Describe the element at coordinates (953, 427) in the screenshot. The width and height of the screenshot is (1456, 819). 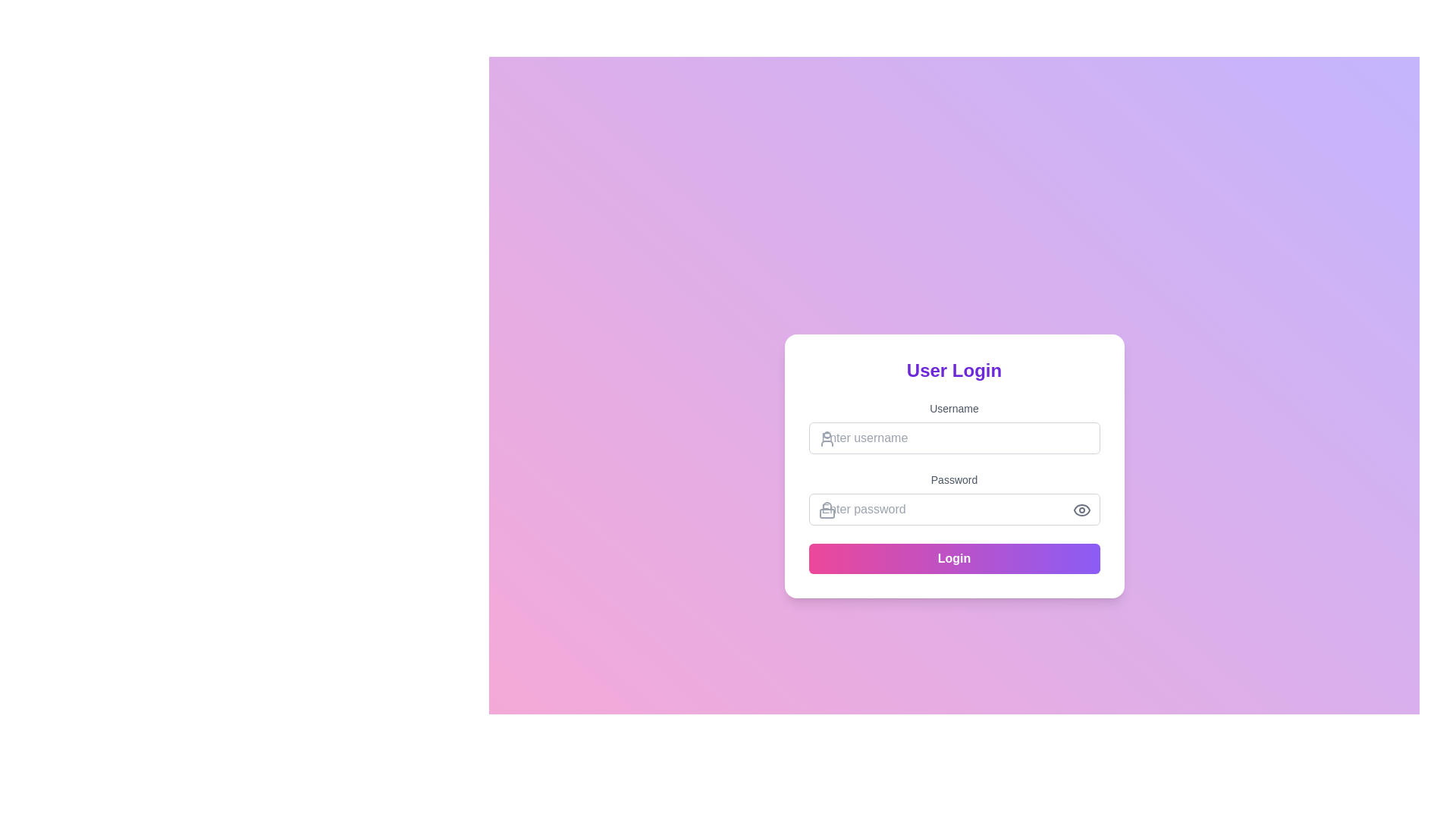
I see `the username input field in the login form to focus on it` at that location.